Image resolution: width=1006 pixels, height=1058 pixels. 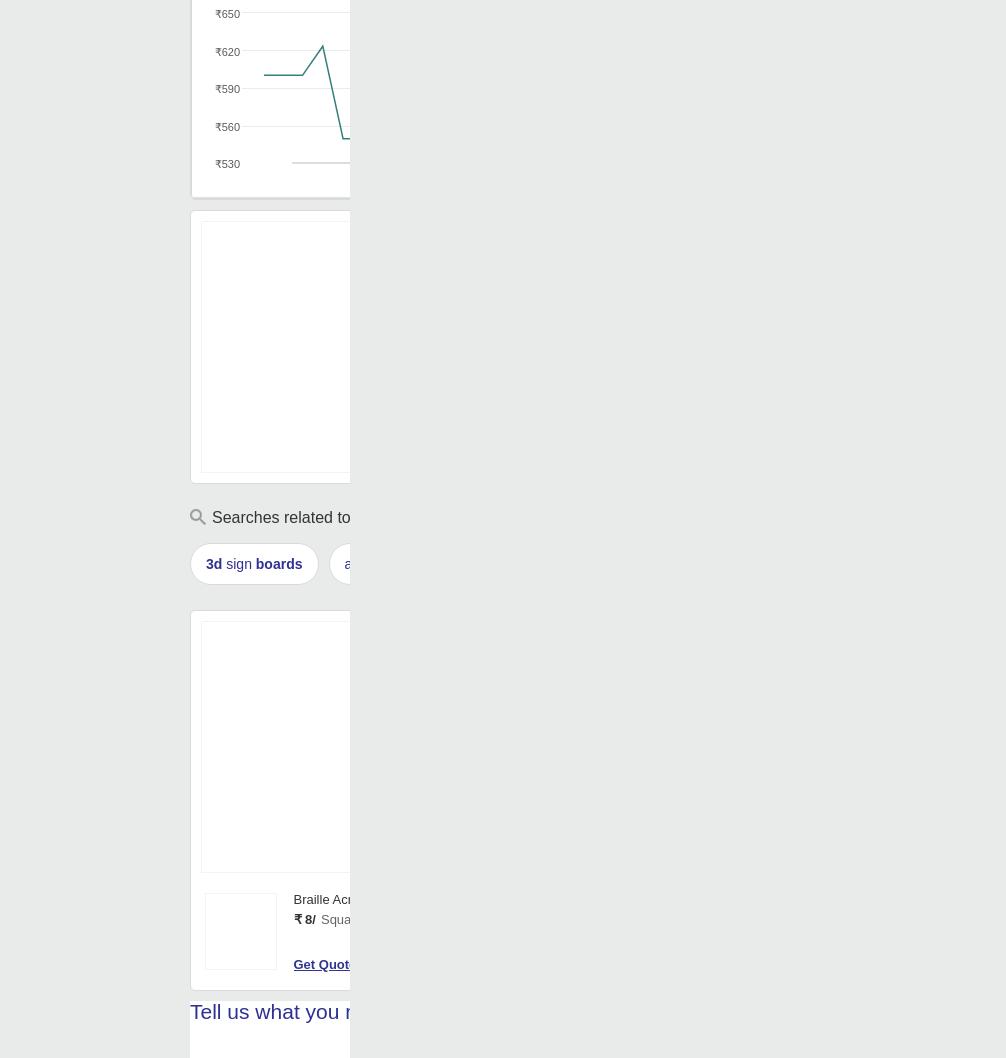 I want to click on 'acrylic board', so click(x=522, y=564).